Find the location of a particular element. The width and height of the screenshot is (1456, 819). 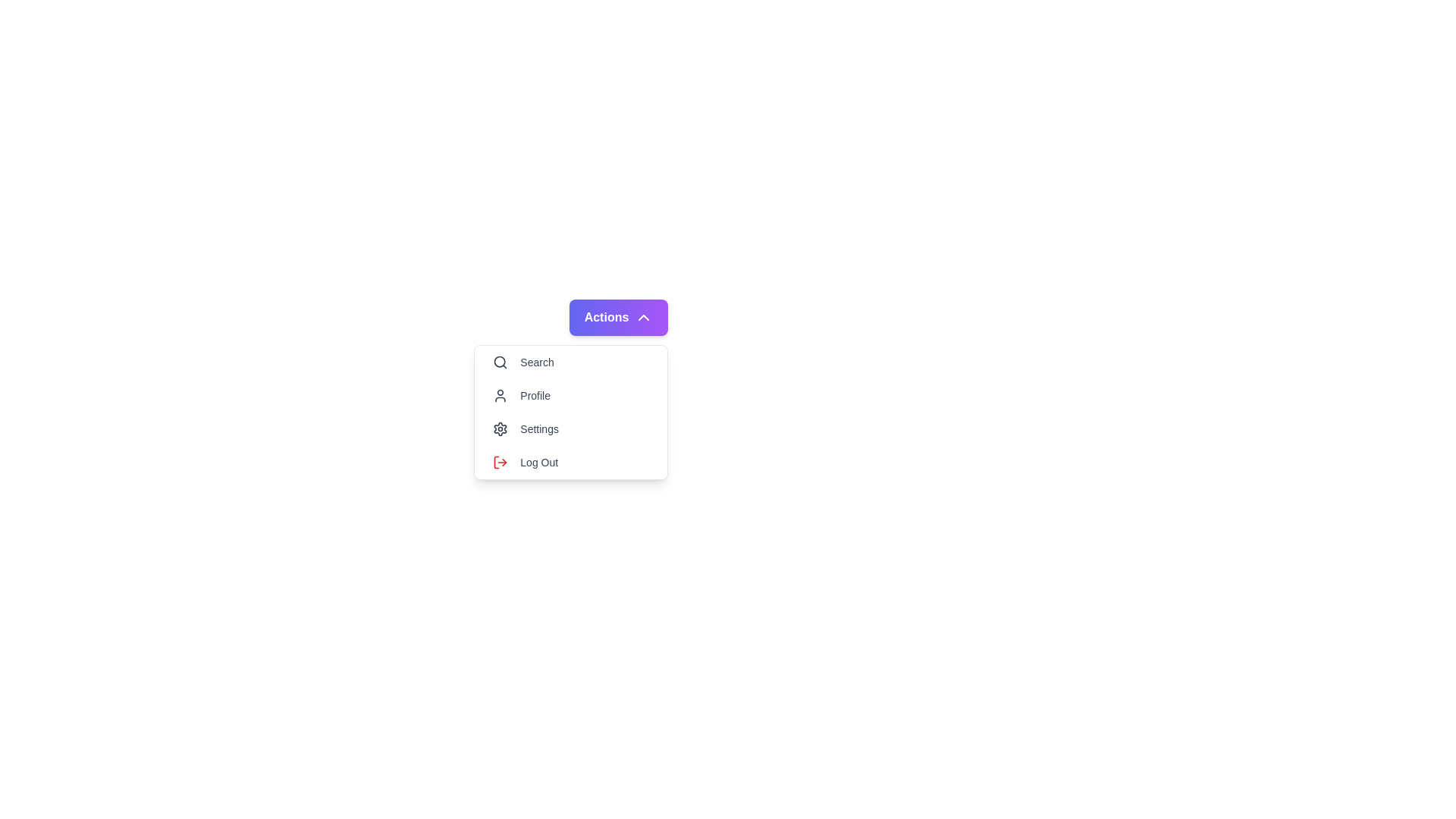

the 'Actions' menu item is located at coordinates (500, 394).